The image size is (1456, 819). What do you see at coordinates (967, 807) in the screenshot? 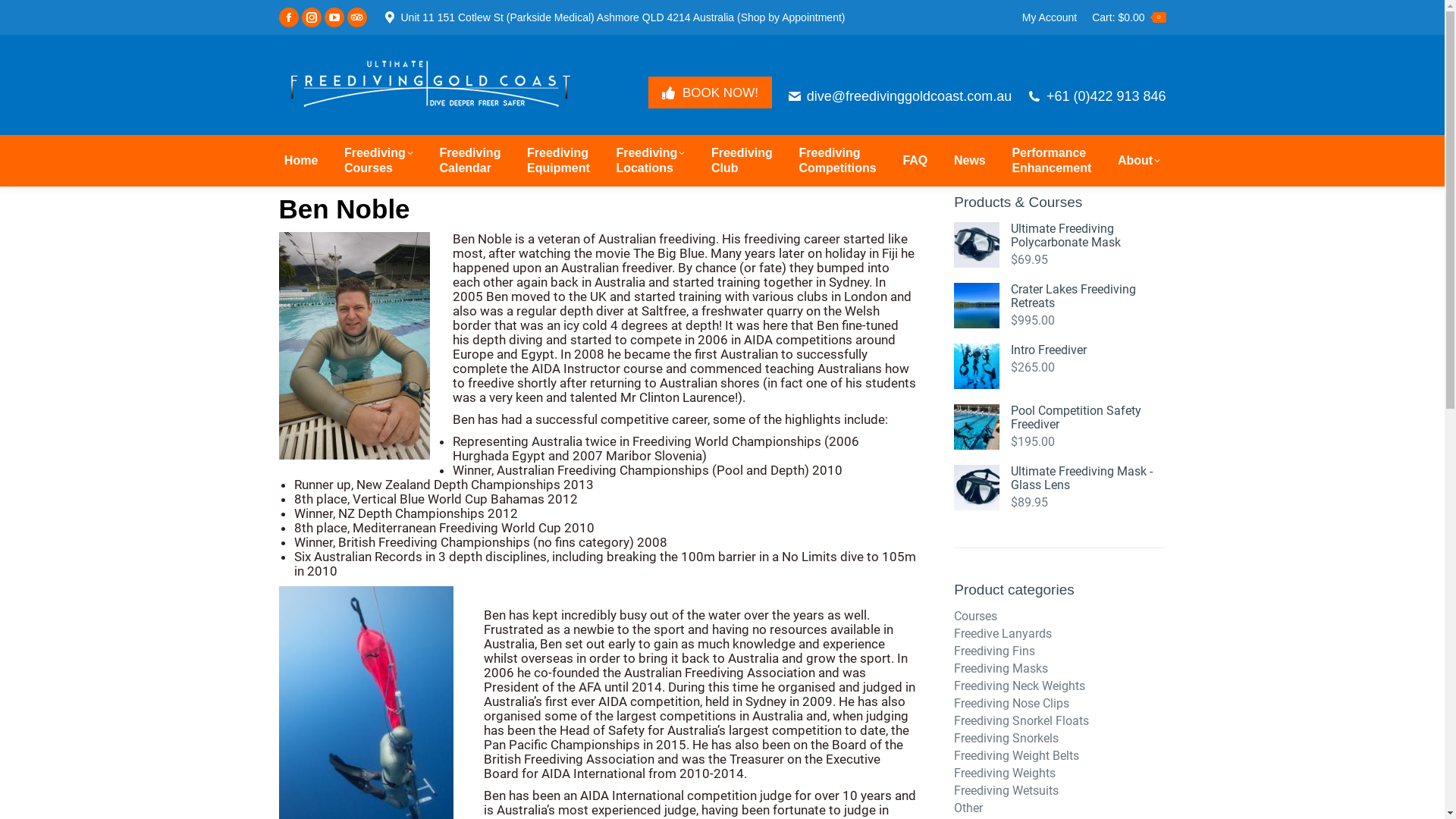
I see `'Other'` at bounding box center [967, 807].